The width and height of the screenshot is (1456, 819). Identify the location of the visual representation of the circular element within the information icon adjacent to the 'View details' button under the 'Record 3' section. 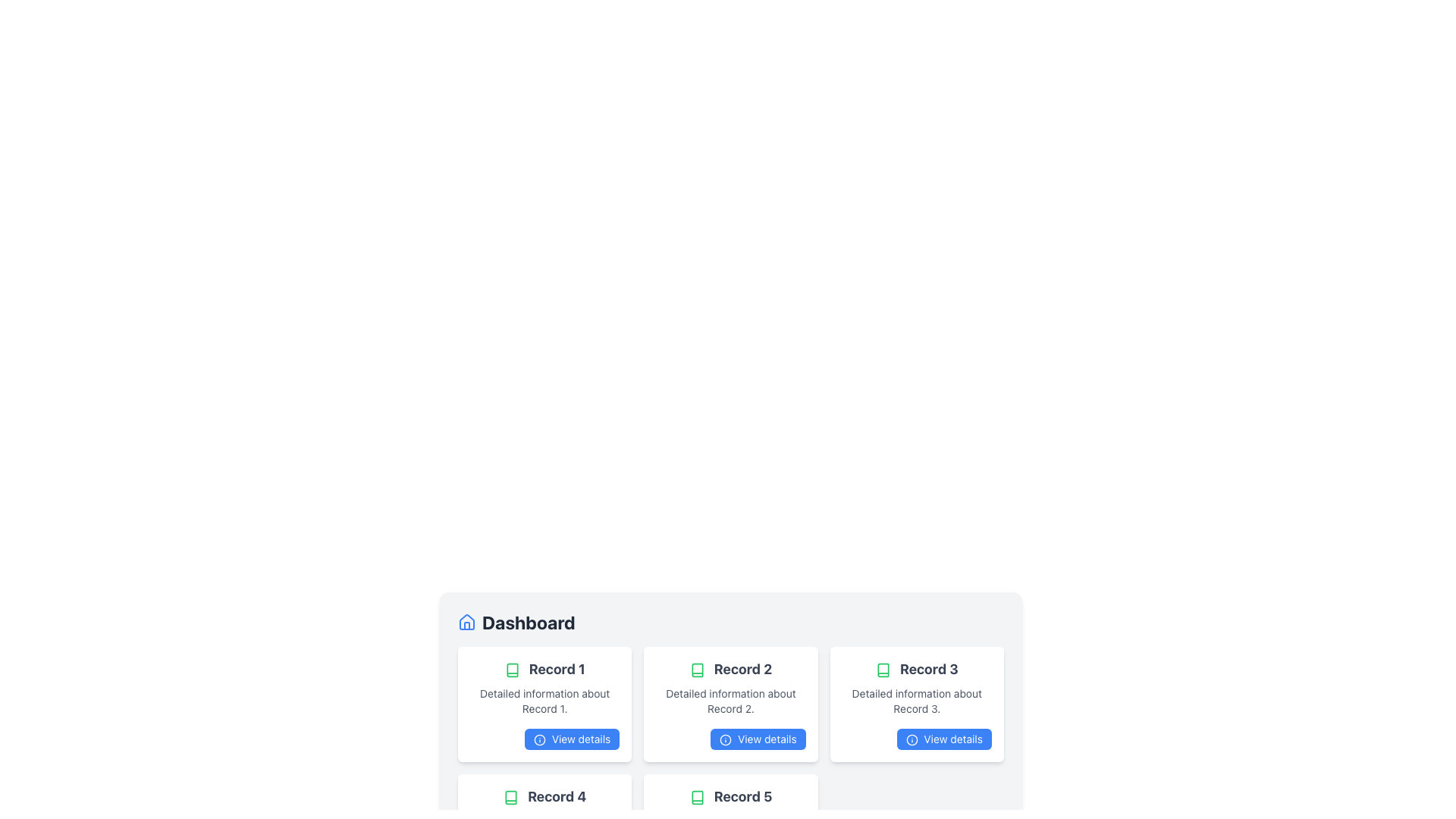
(725, 739).